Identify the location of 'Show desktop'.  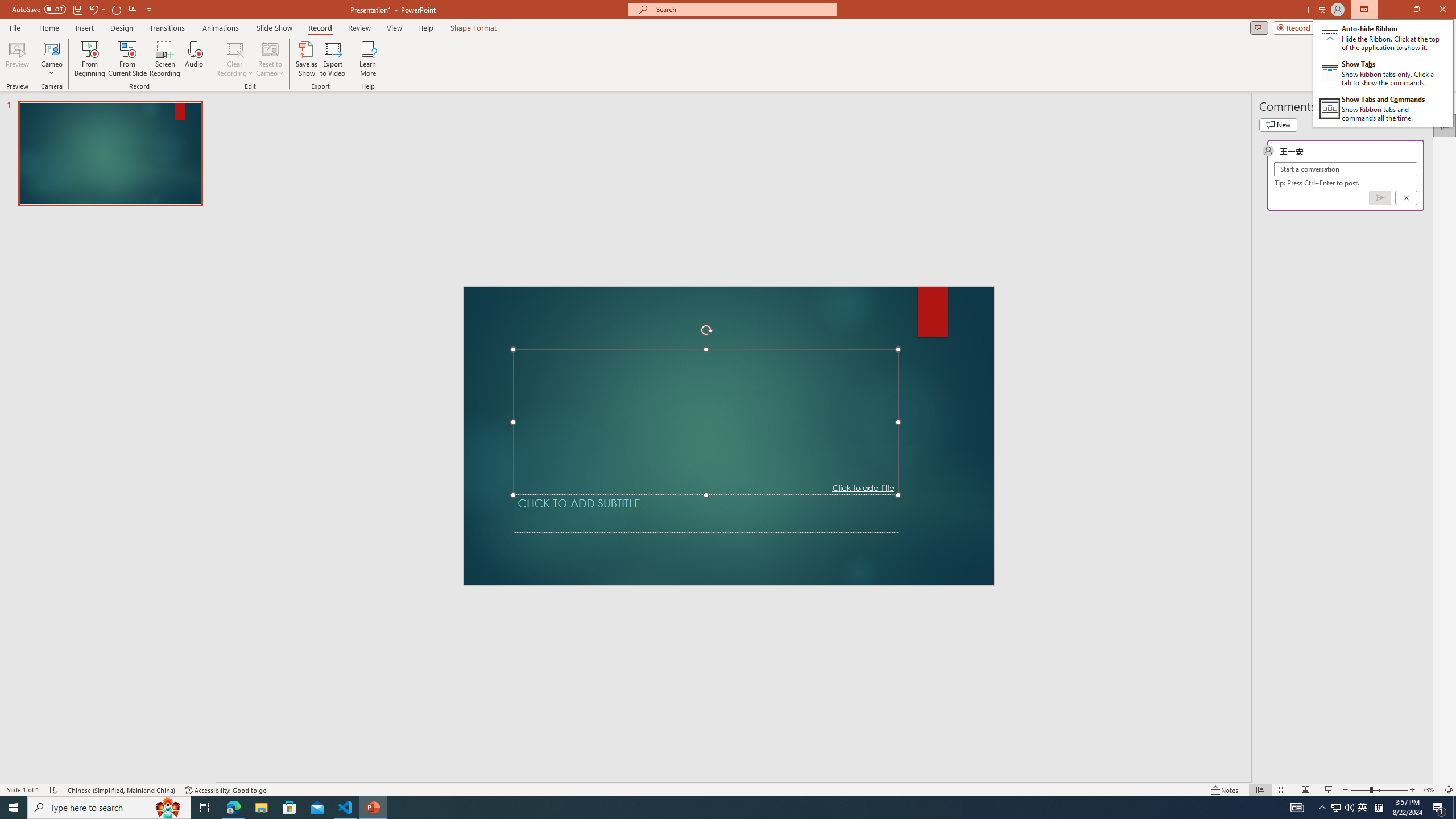
(1454, 806).